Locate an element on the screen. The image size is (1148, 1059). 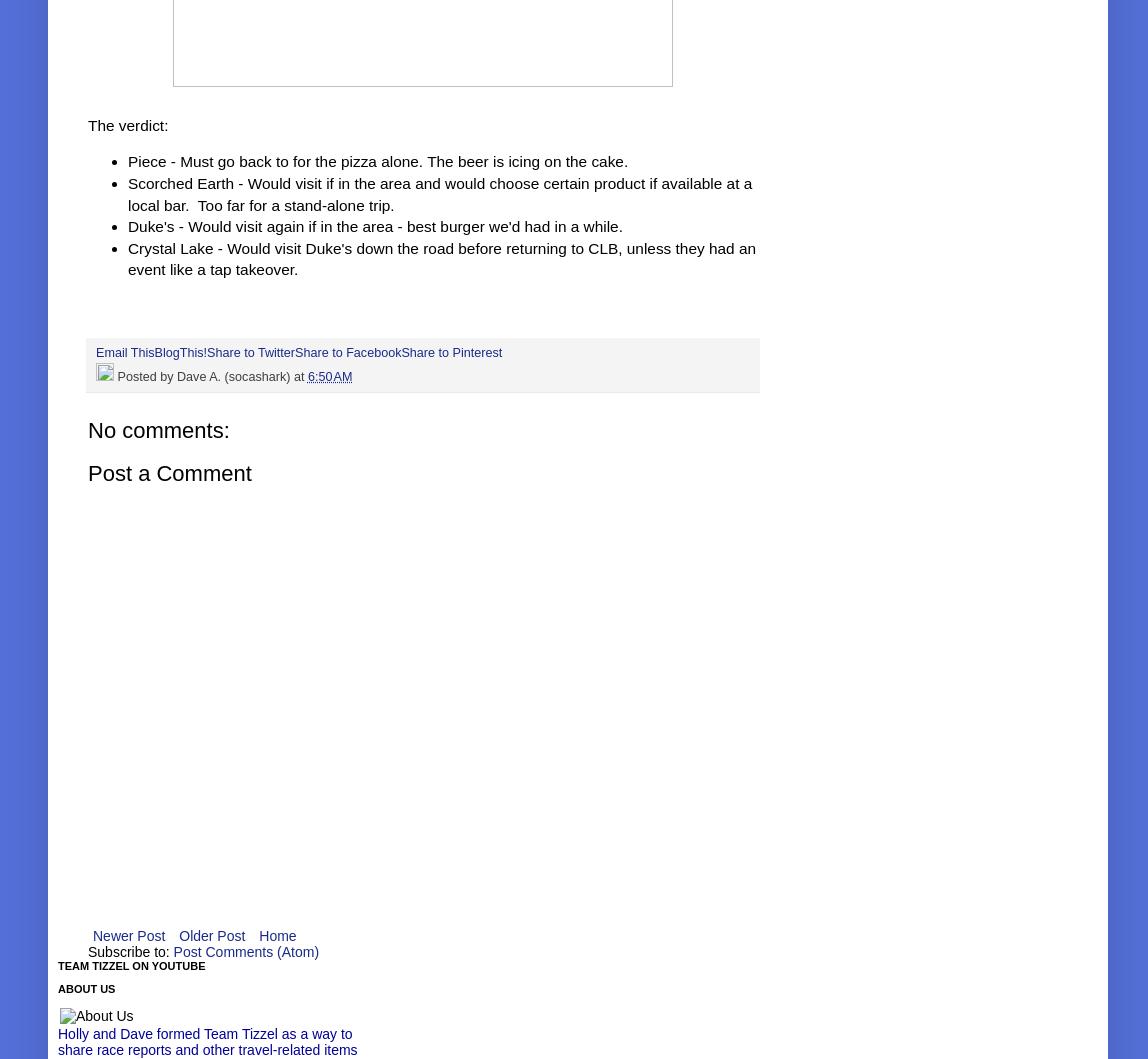
'Newer Post' is located at coordinates (92, 934).